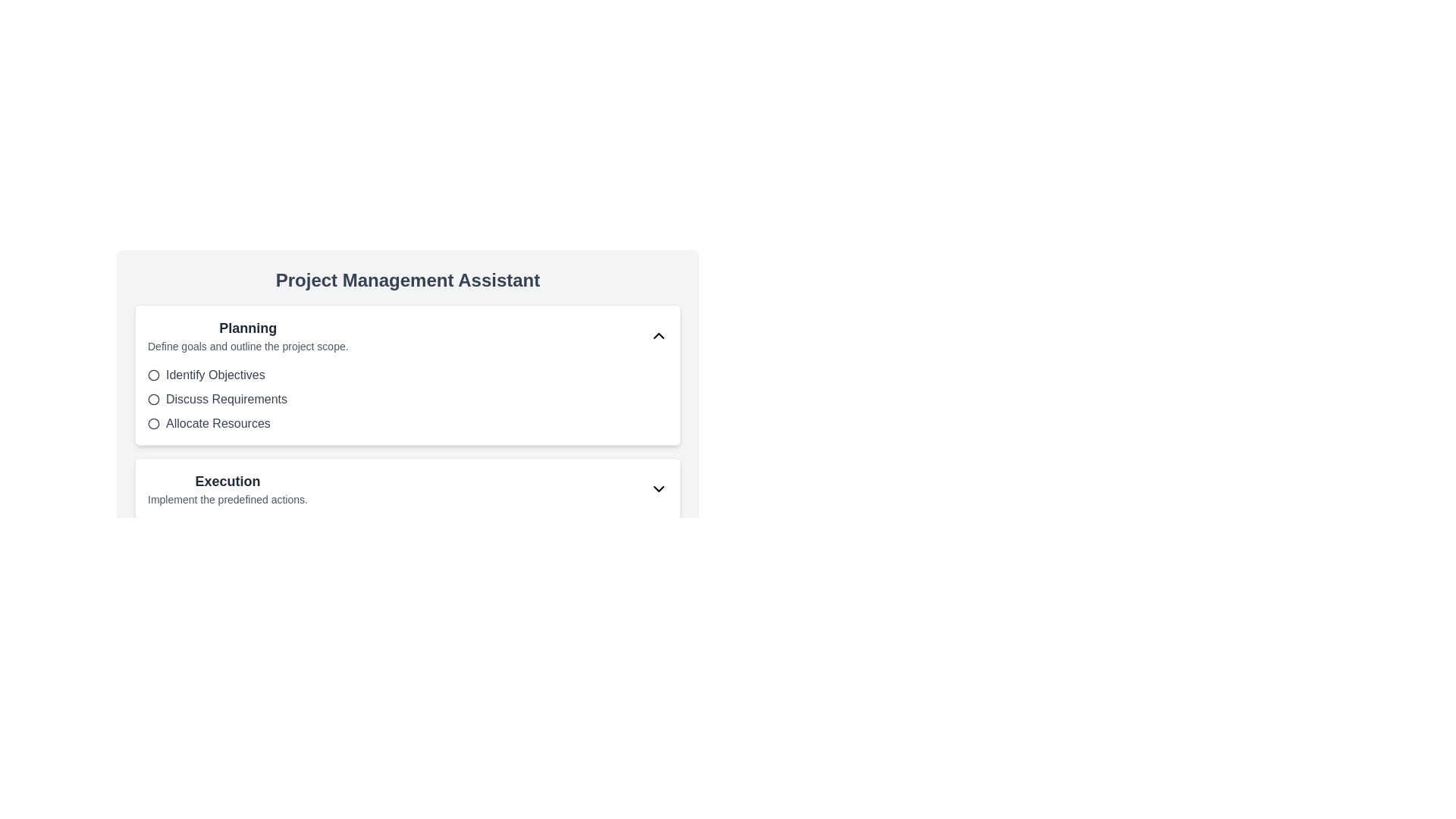 Image resolution: width=1456 pixels, height=819 pixels. What do you see at coordinates (153, 424) in the screenshot?
I see `the SVG graphical circle element located in the 'Allocate Resources' section beneath the 'Discuss Requirements' option` at bounding box center [153, 424].